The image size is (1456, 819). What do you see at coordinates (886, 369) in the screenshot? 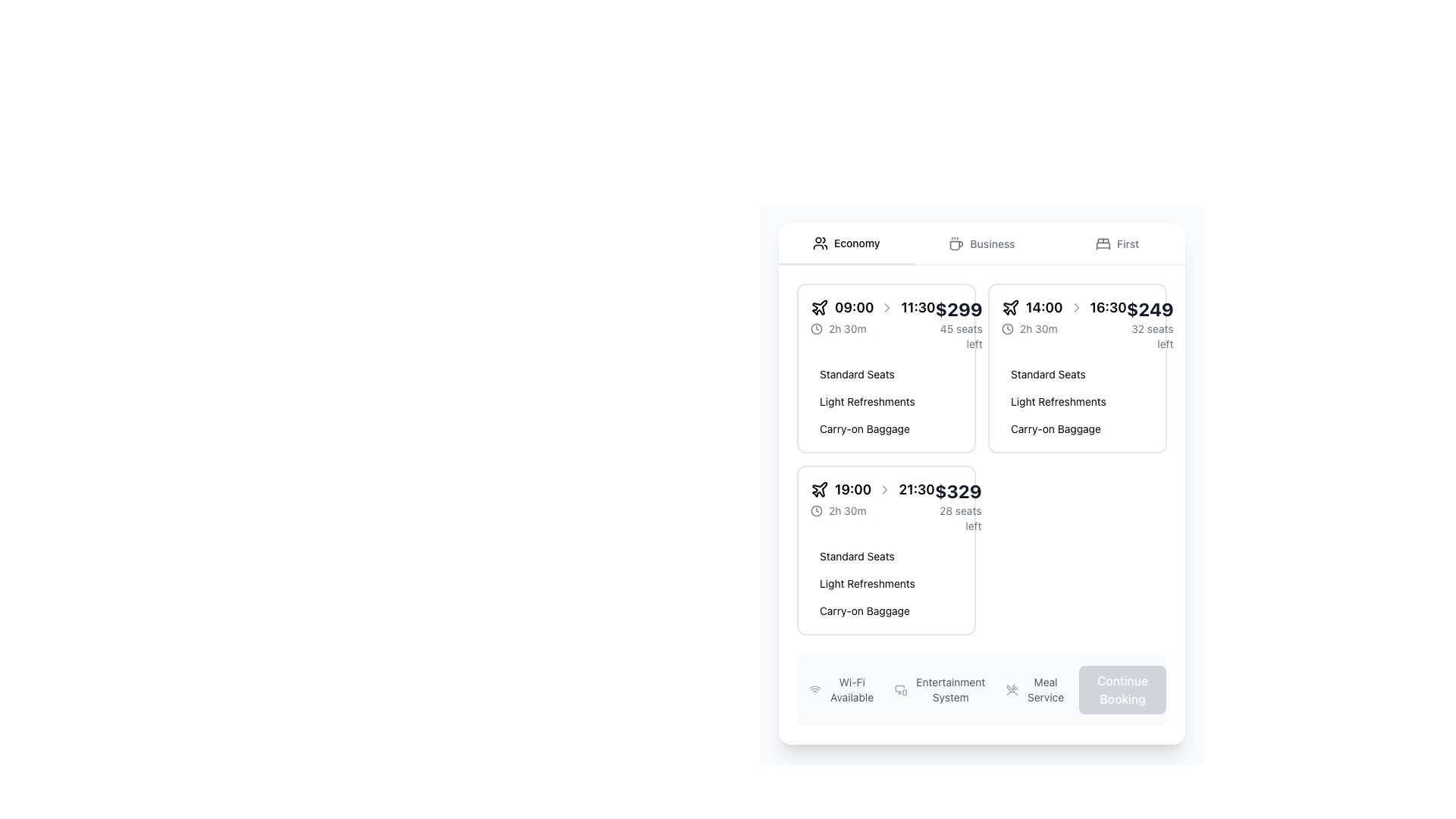
I see `the first Informational card in the 'Economy' tab` at bounding box center [886, 369].